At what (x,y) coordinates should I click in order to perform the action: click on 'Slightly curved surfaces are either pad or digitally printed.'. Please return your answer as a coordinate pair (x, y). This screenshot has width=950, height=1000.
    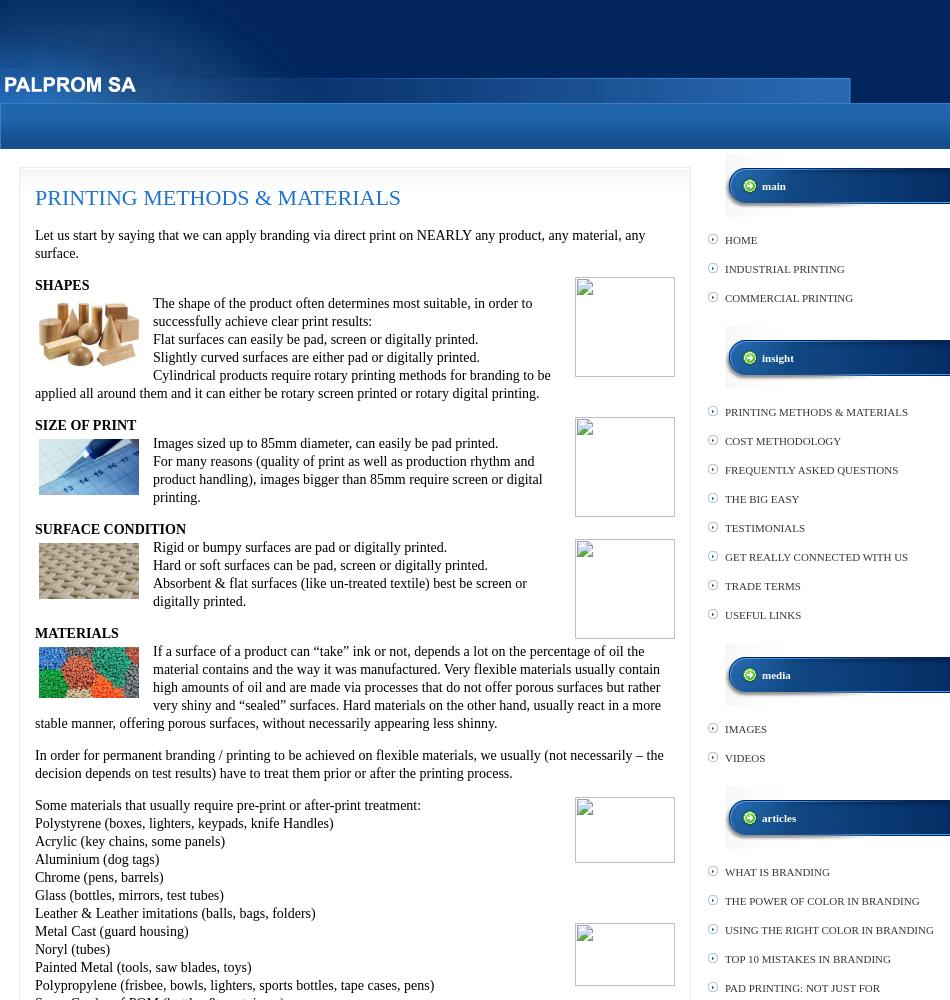
    Looking at the image, I should click on (314, 356).